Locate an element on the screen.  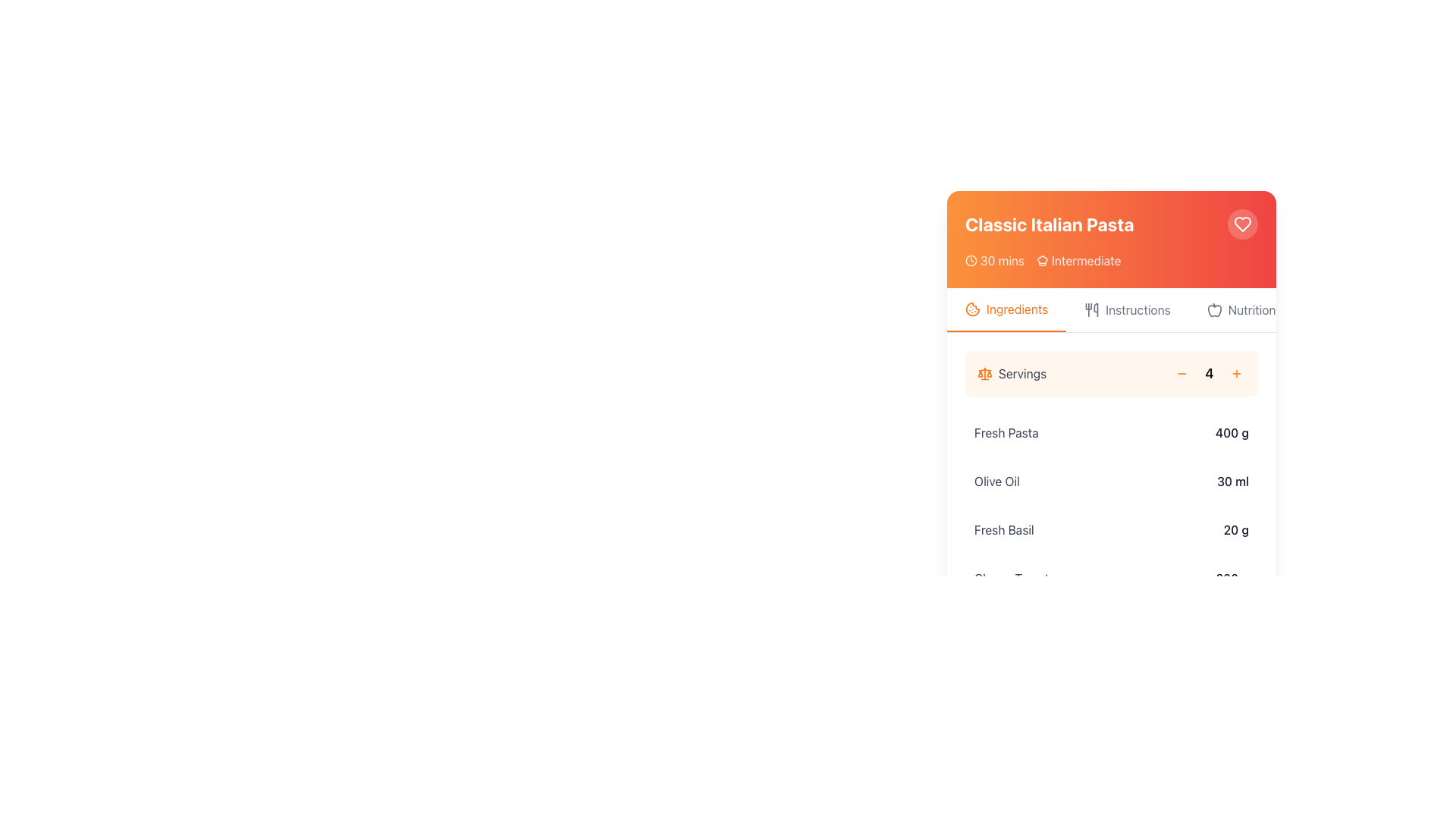
the 'Nutrition' tab icon, which is represented by an apple icon, located on the upper-right section of the interface, positioned to the left of the text label 'Nutrition.' is located at coordinates (1214, 309).